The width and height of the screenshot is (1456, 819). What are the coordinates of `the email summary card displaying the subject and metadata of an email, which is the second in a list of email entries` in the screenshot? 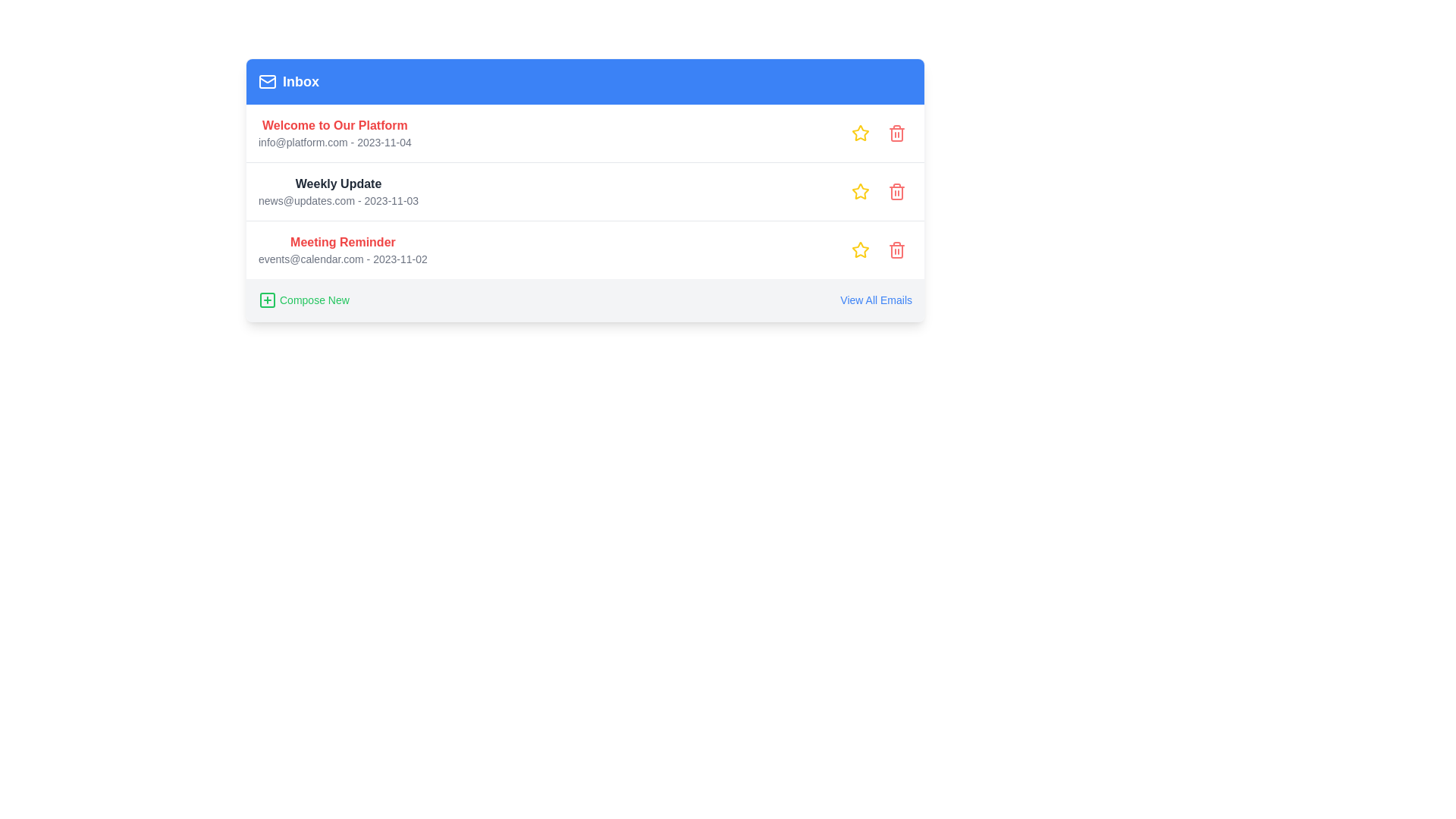 It's located at (337, 191).